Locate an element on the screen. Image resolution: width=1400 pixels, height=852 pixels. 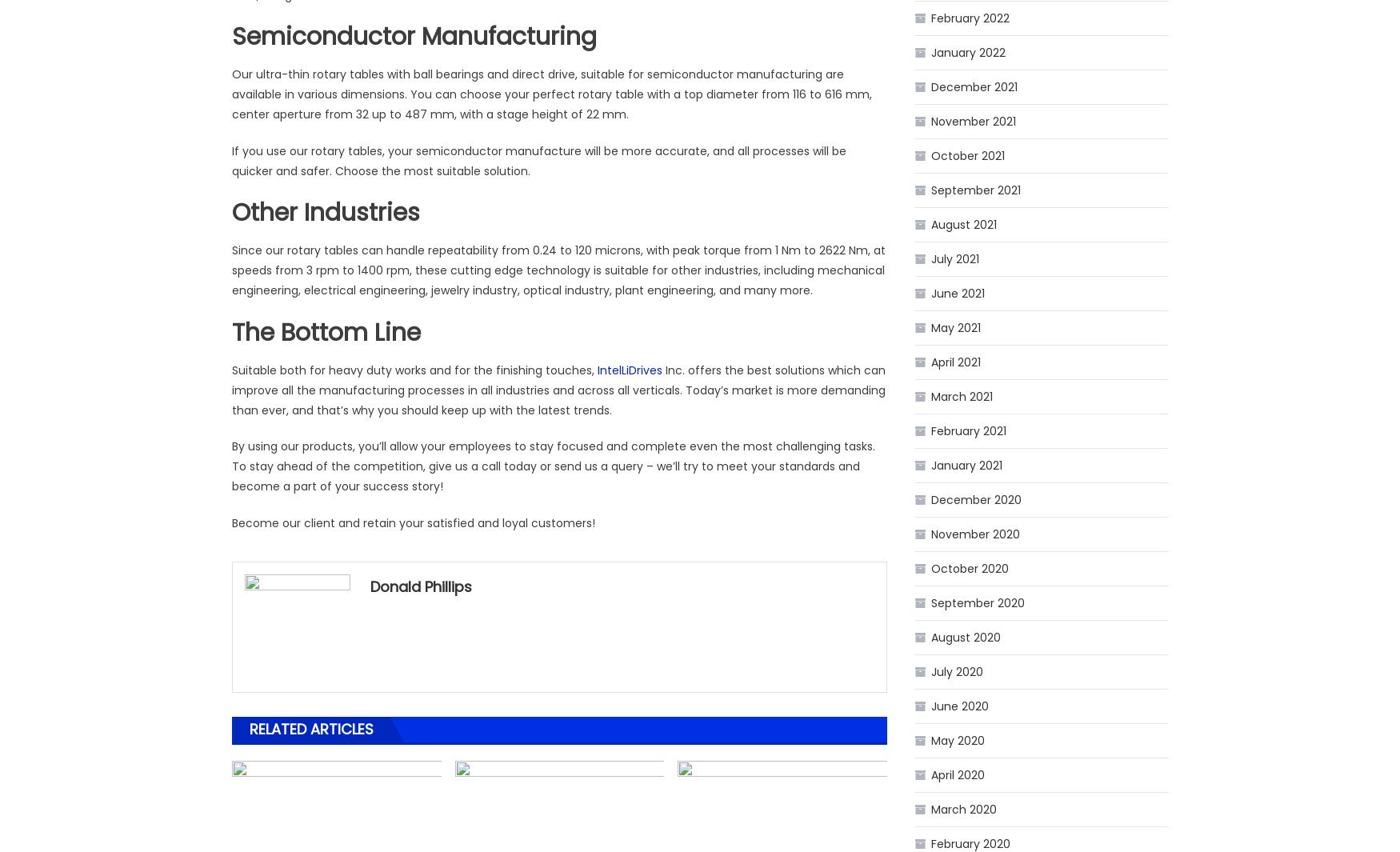
'August 2021' is located at coordinates (964, 223).